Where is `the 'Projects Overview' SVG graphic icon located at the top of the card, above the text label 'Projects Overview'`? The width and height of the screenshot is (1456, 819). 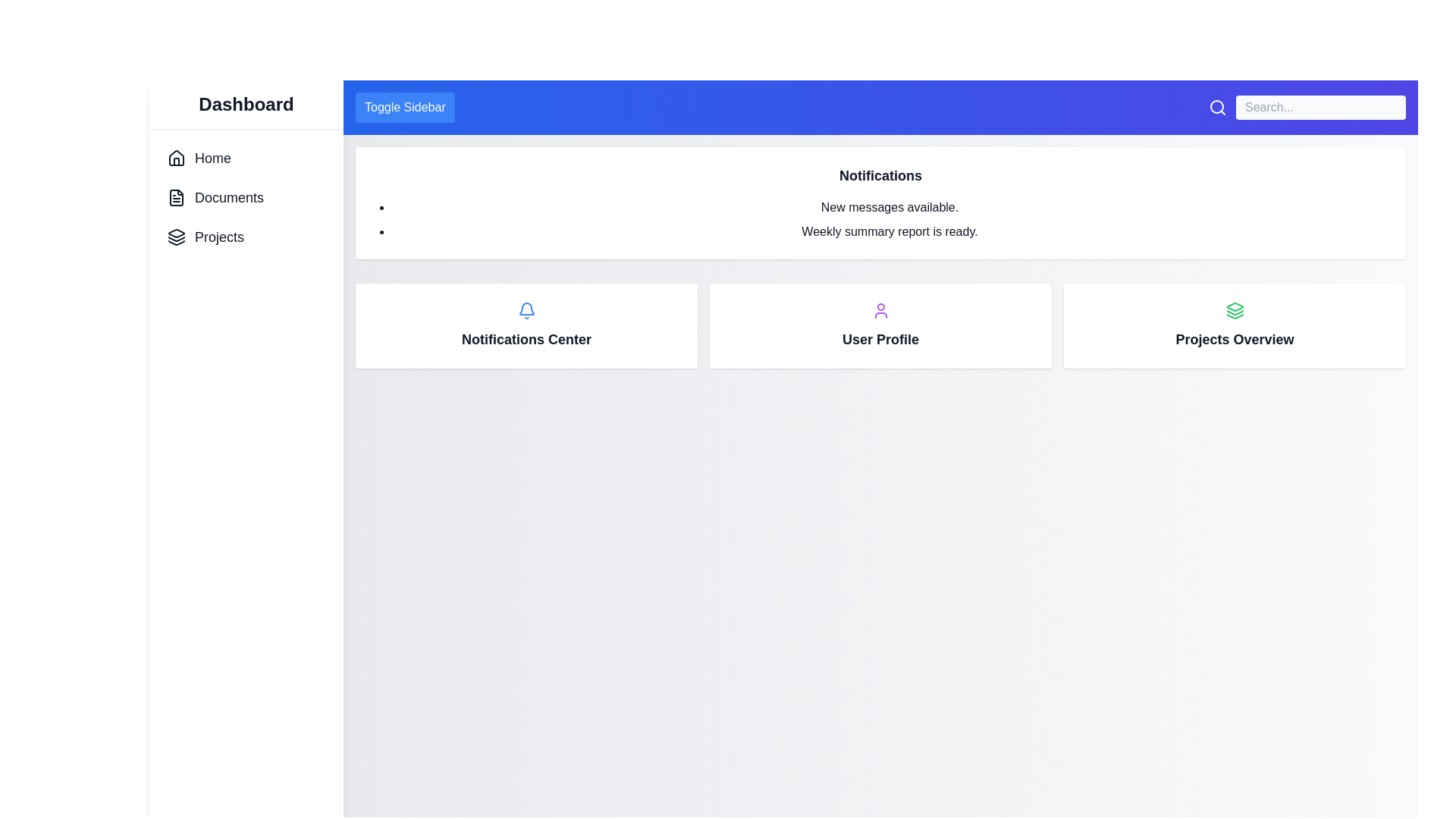 the 'Projects Overview' SVG graphic icon located at the top of the card, above the text label 'Projects Overview' is located at coordinates (1235, 309).